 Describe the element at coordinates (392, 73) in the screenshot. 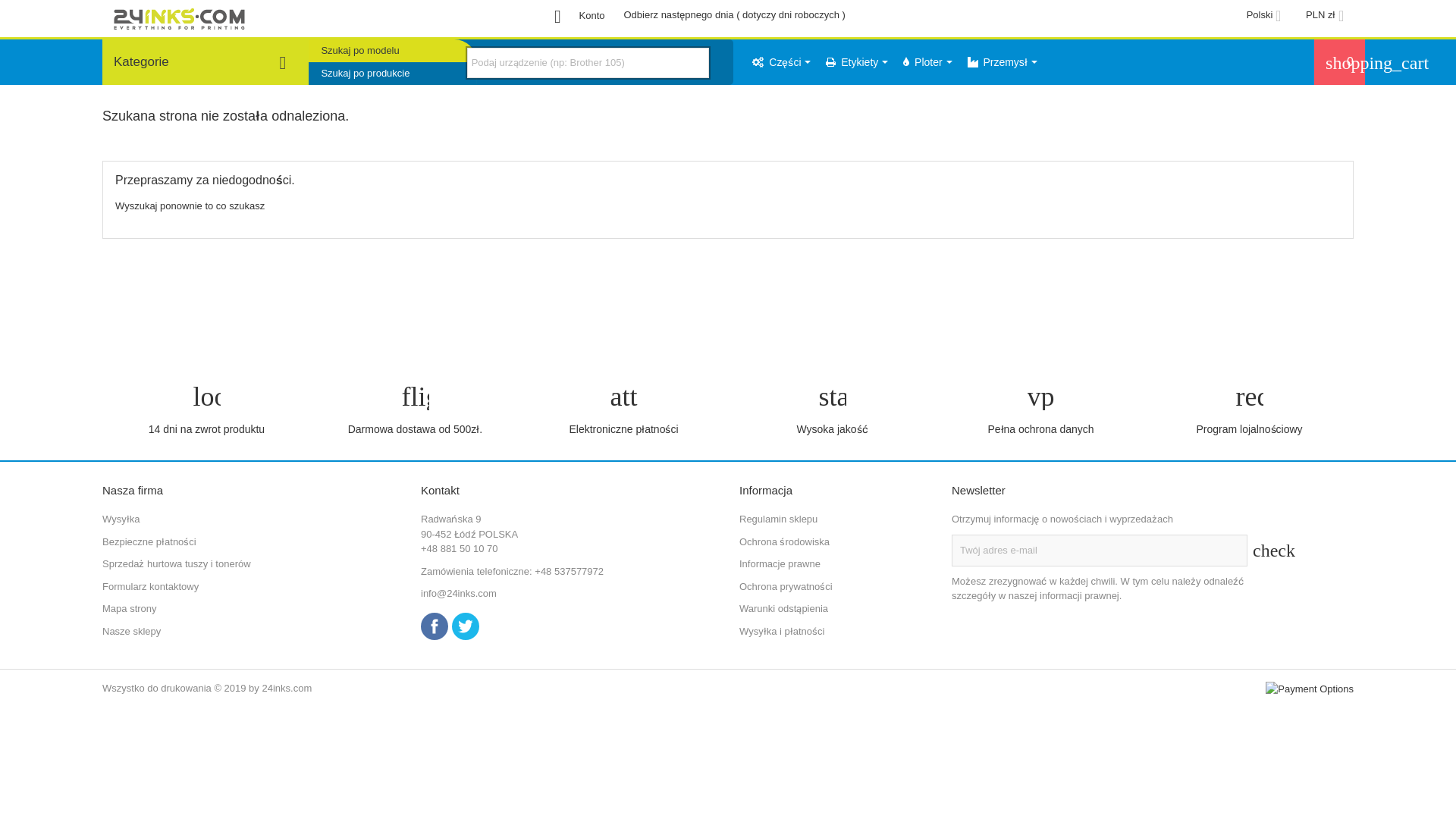

I see `'Szukaj po produkcie'` at that location.